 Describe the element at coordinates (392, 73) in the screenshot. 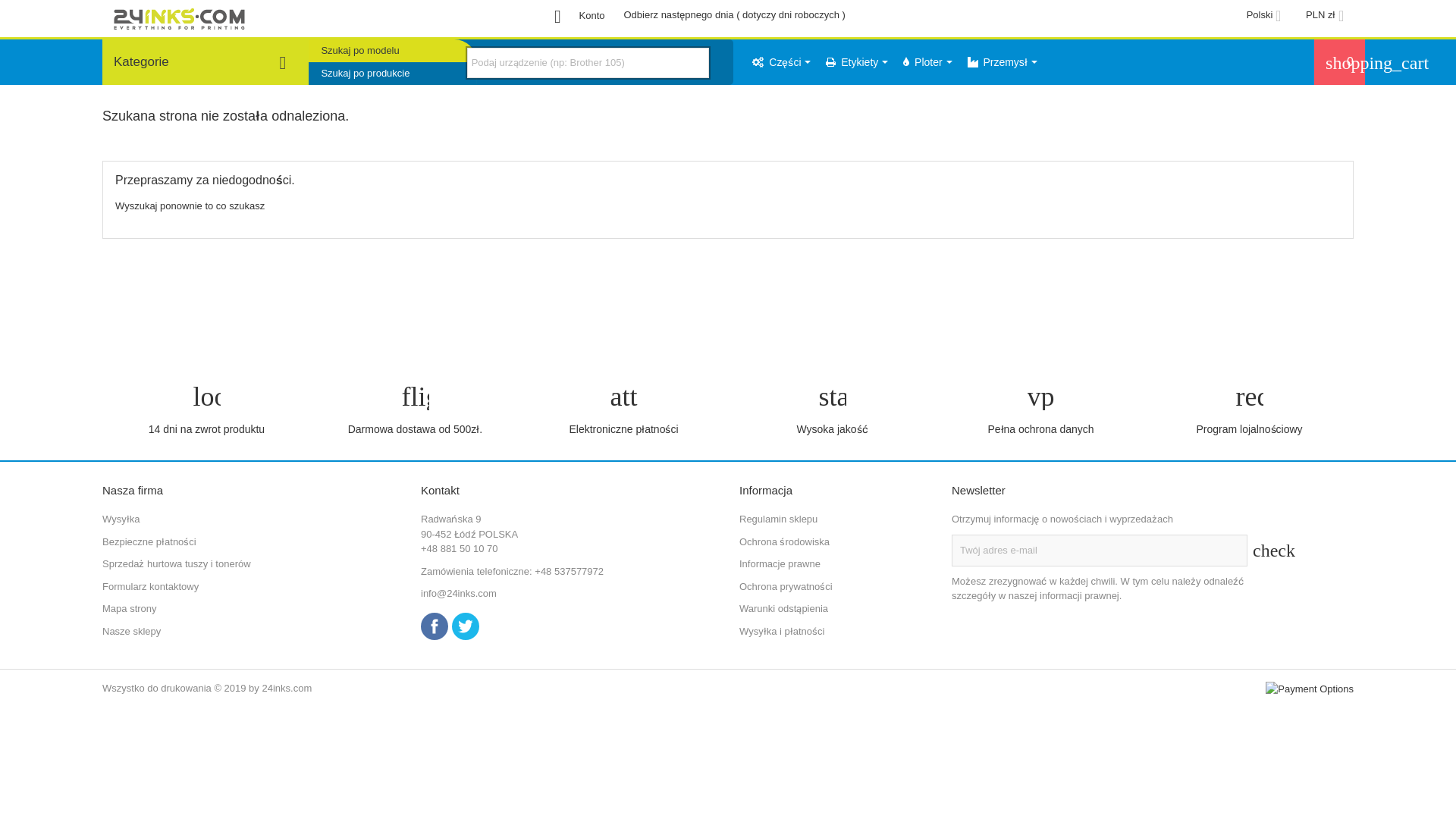

I see `'Szukaj po produkcie'` at that location.